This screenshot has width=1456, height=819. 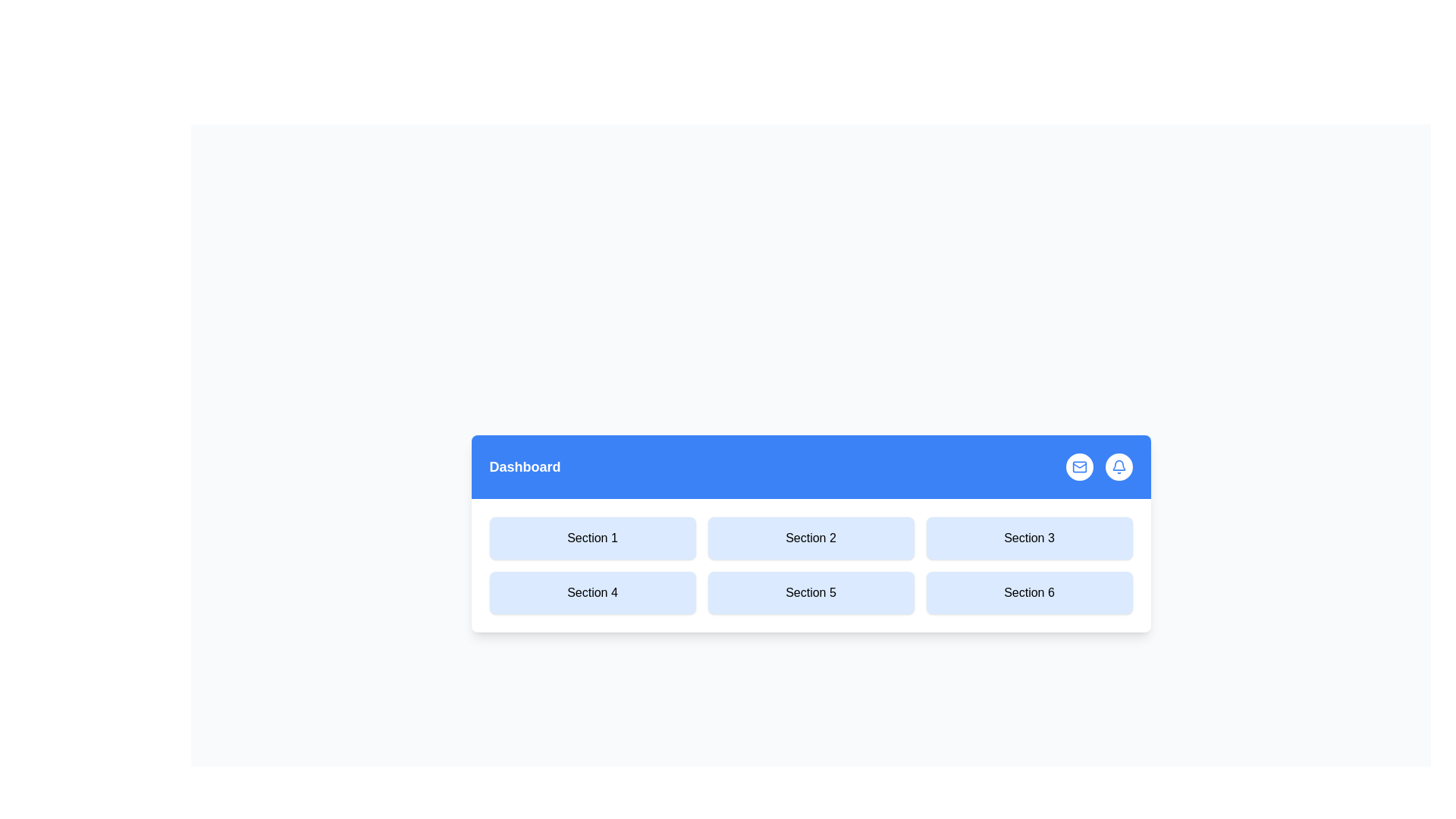 What do you see at coordinates (591, 592) in the screenshot?
I see `the Interactive panel or card located in the second row, first column of the dashboard interface, which is positioned directly below 'Section 1' and to the left of 'Section 5'` at bounding box center [591, 592].